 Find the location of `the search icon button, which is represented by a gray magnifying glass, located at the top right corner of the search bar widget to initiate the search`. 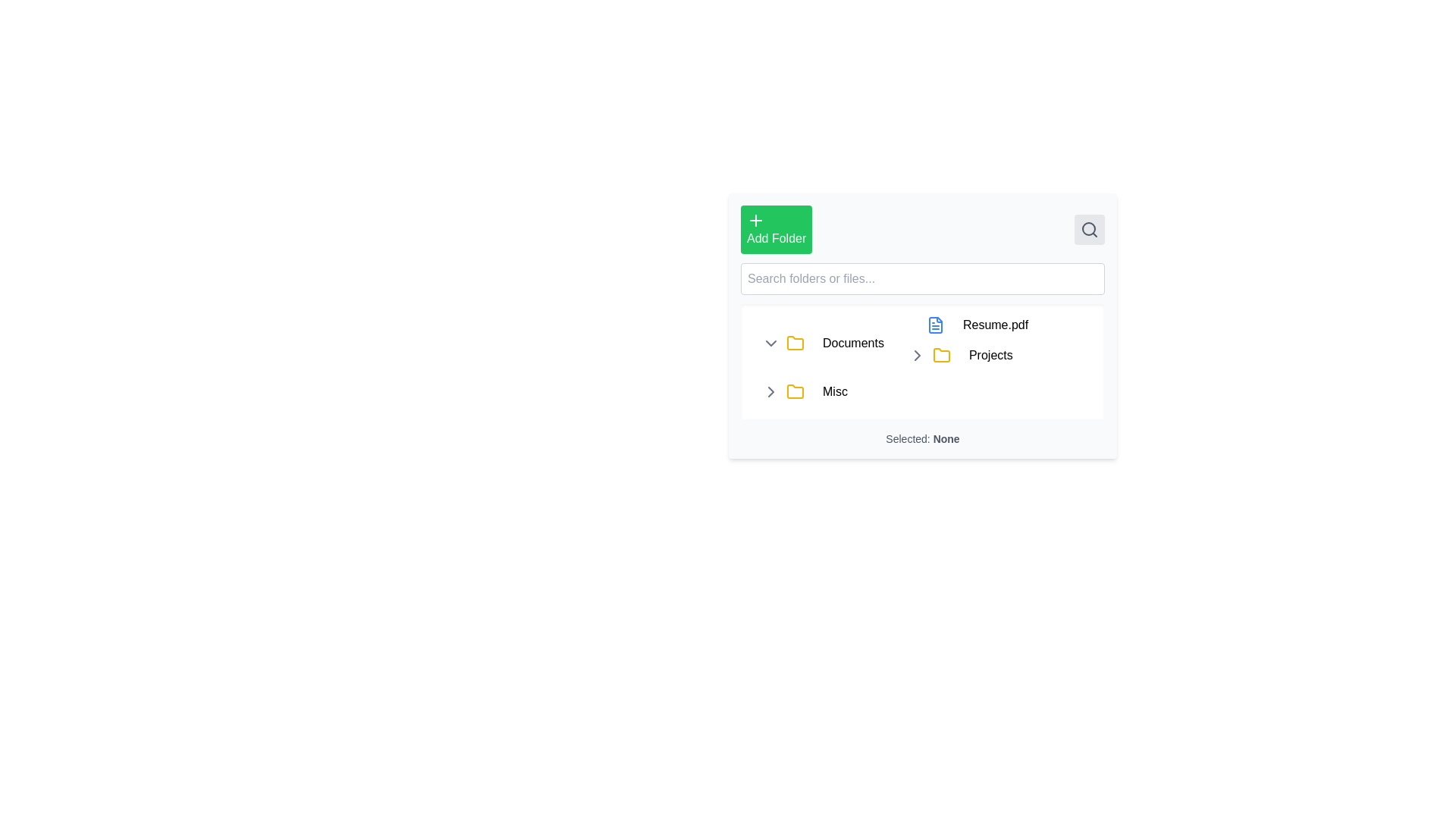

the search icon button, which is represented by a gray magnifying glass, located at the top right corner of the search bar widget to initiate the search is located at coordinates (1088, 230).